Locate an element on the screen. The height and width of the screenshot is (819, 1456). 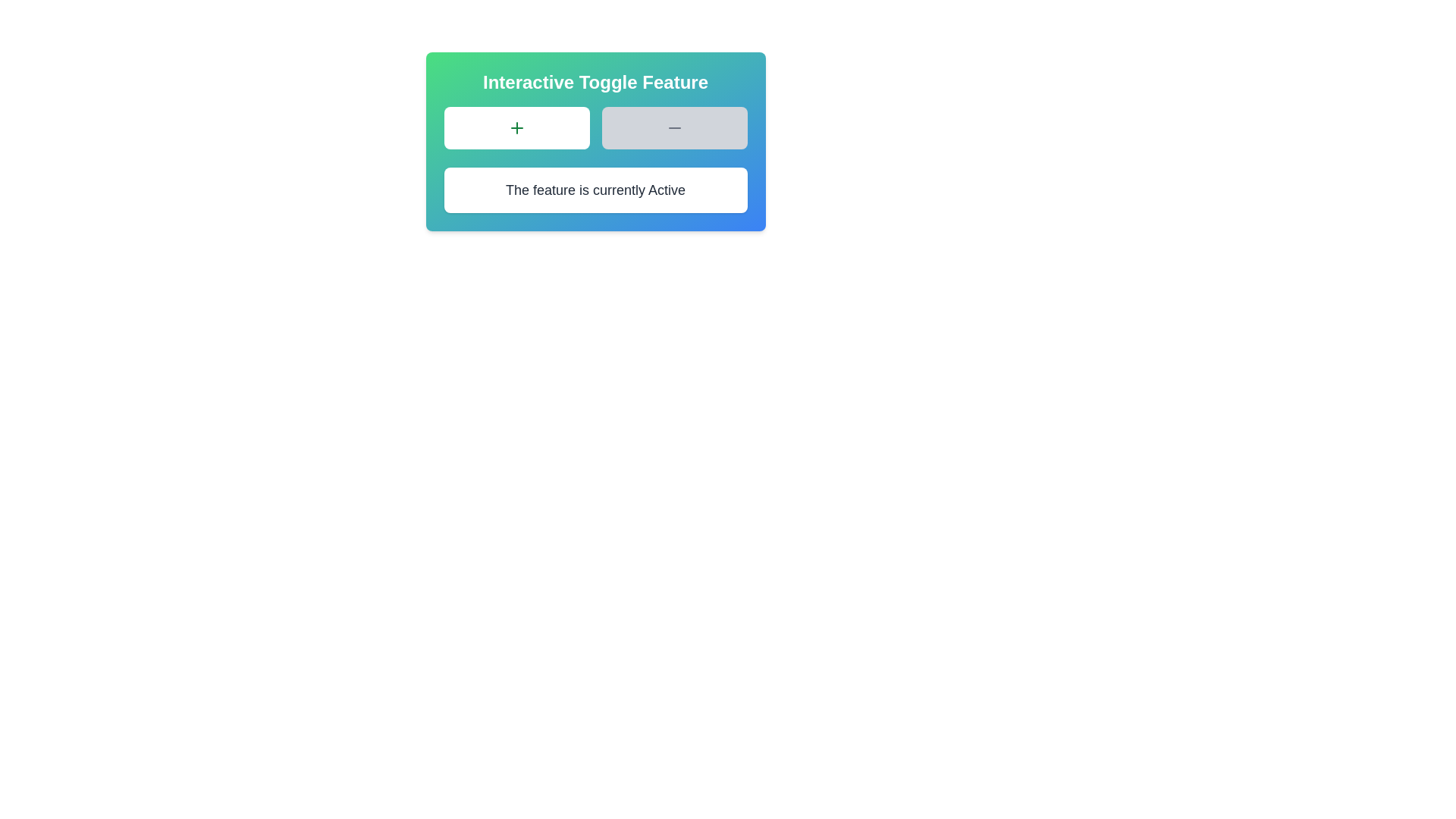
the first button on the left with a white background and green text is located at coordinates (516, 127).